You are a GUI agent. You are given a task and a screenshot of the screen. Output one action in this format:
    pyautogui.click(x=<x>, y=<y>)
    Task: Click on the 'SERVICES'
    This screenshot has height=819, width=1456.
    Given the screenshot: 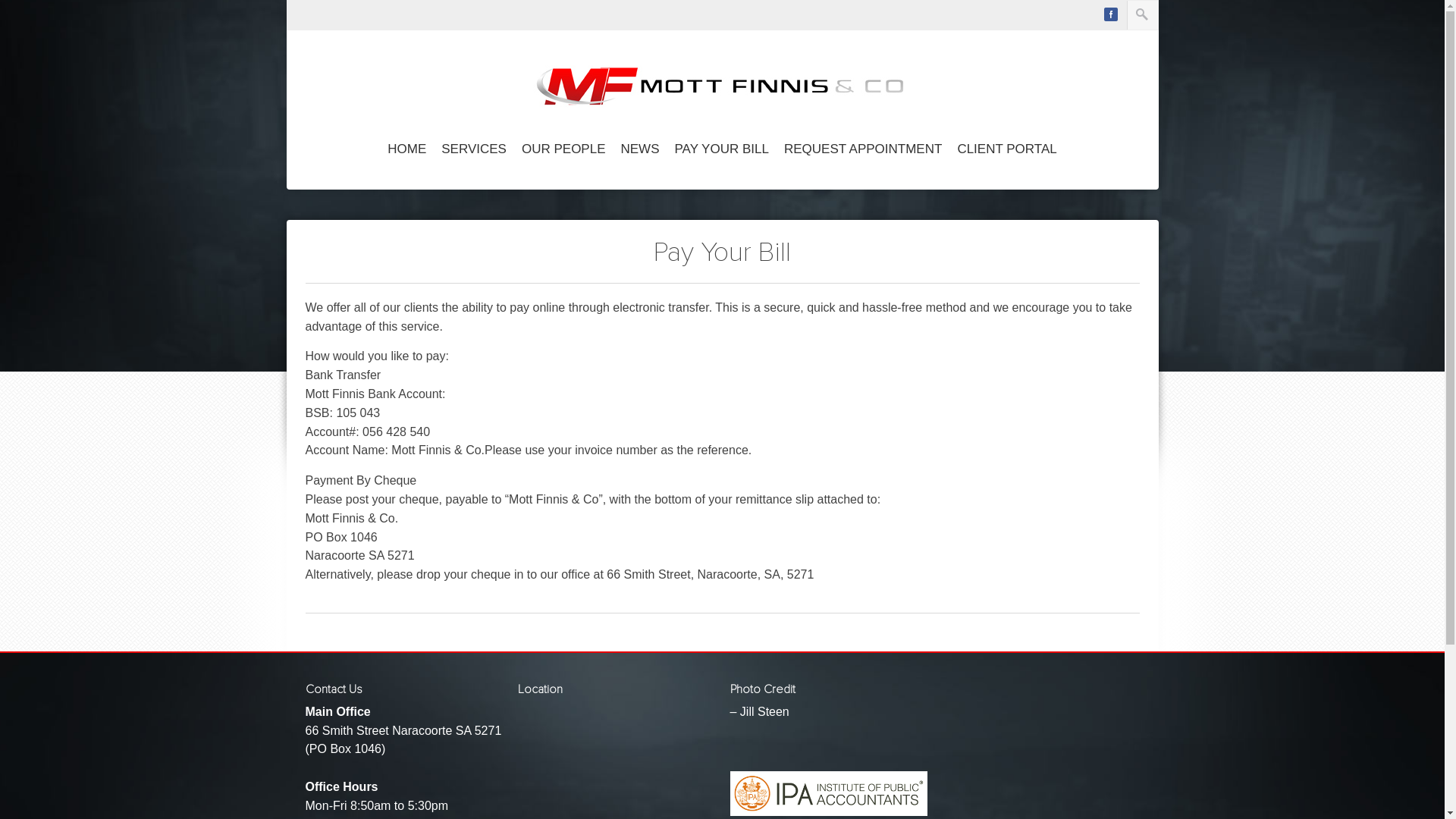 What is the action you would take?
    pyautogui.click(x=472, y=149)
    